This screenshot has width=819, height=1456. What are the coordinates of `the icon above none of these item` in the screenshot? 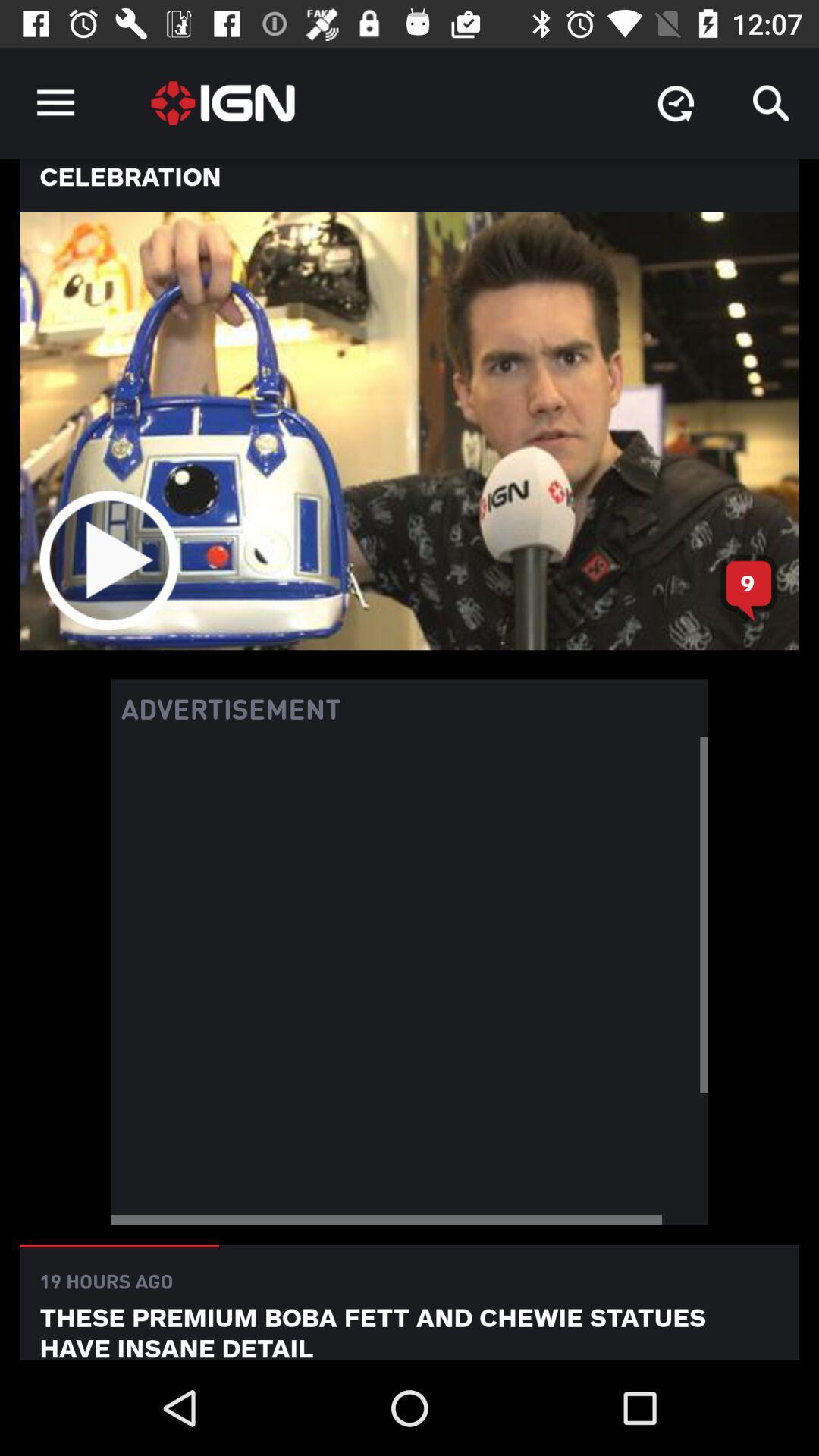 It's located at (55, 102).